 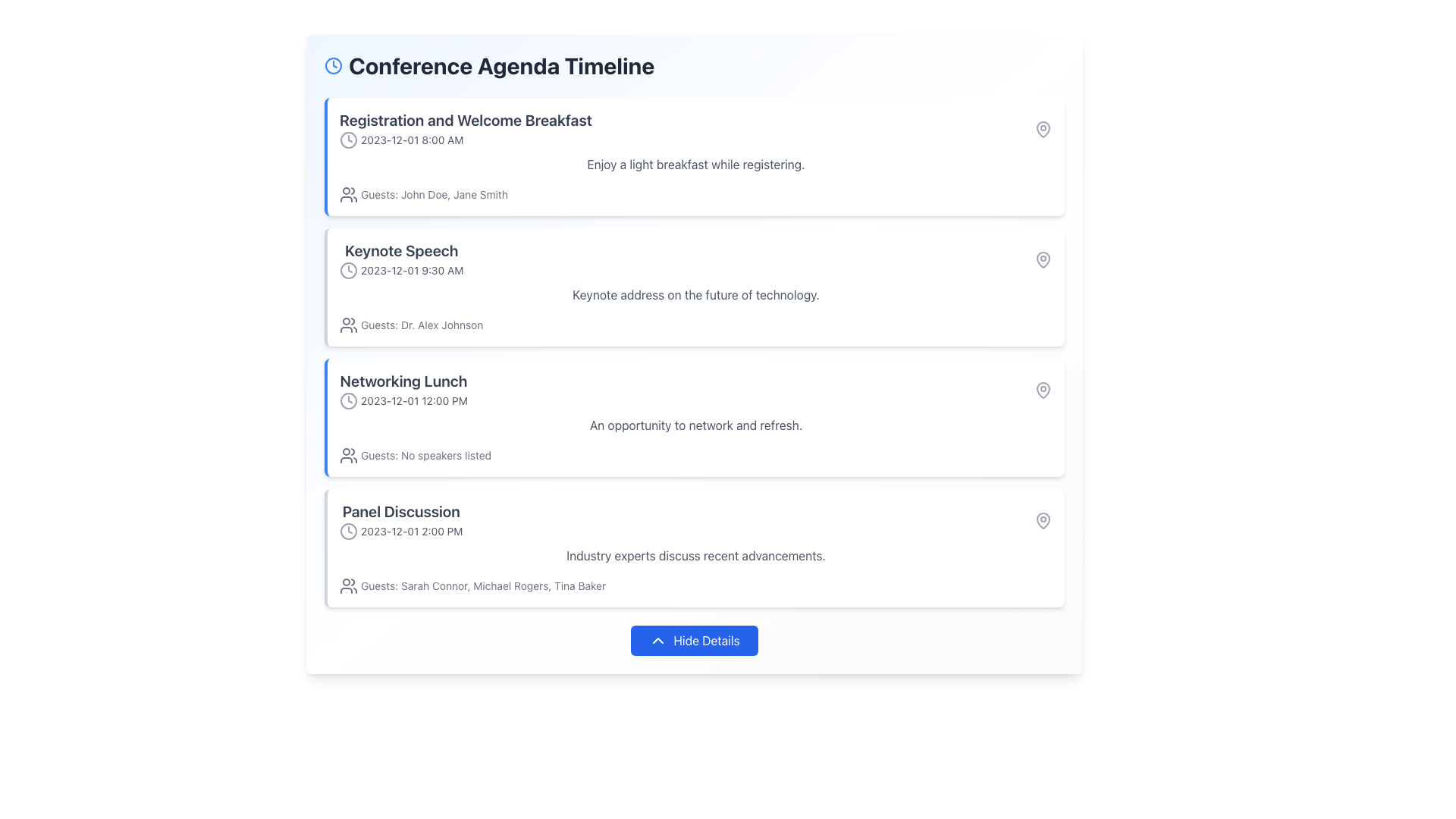 What do you see at coordinates (1043, 519) in the screenshot?
I see `the gray pin-shaped icon located at the far right side of the 'Panel Discussion' panel, which is the fourth item in the vertical list of events` at bounding box center [1043, 519].